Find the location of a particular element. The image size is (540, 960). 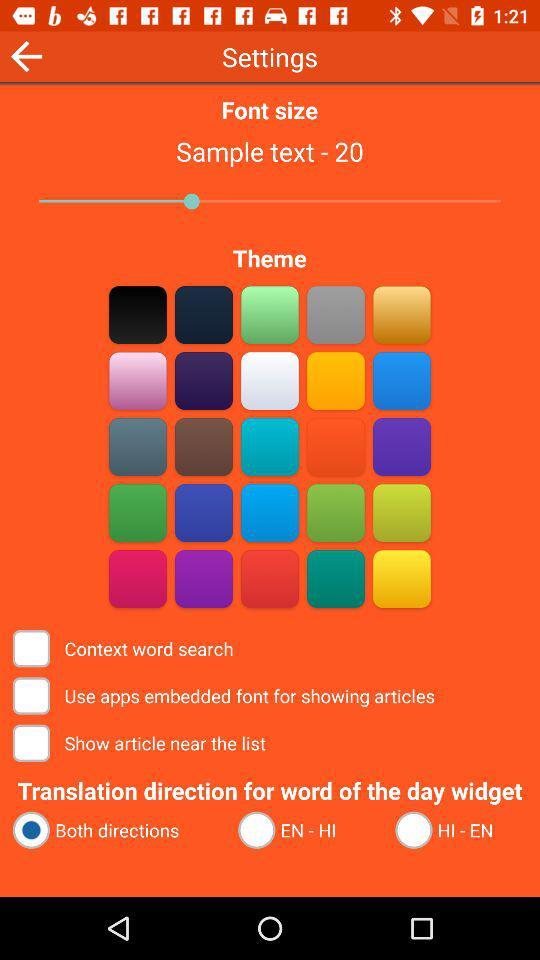

orange option is located at coordinates (335, 446).